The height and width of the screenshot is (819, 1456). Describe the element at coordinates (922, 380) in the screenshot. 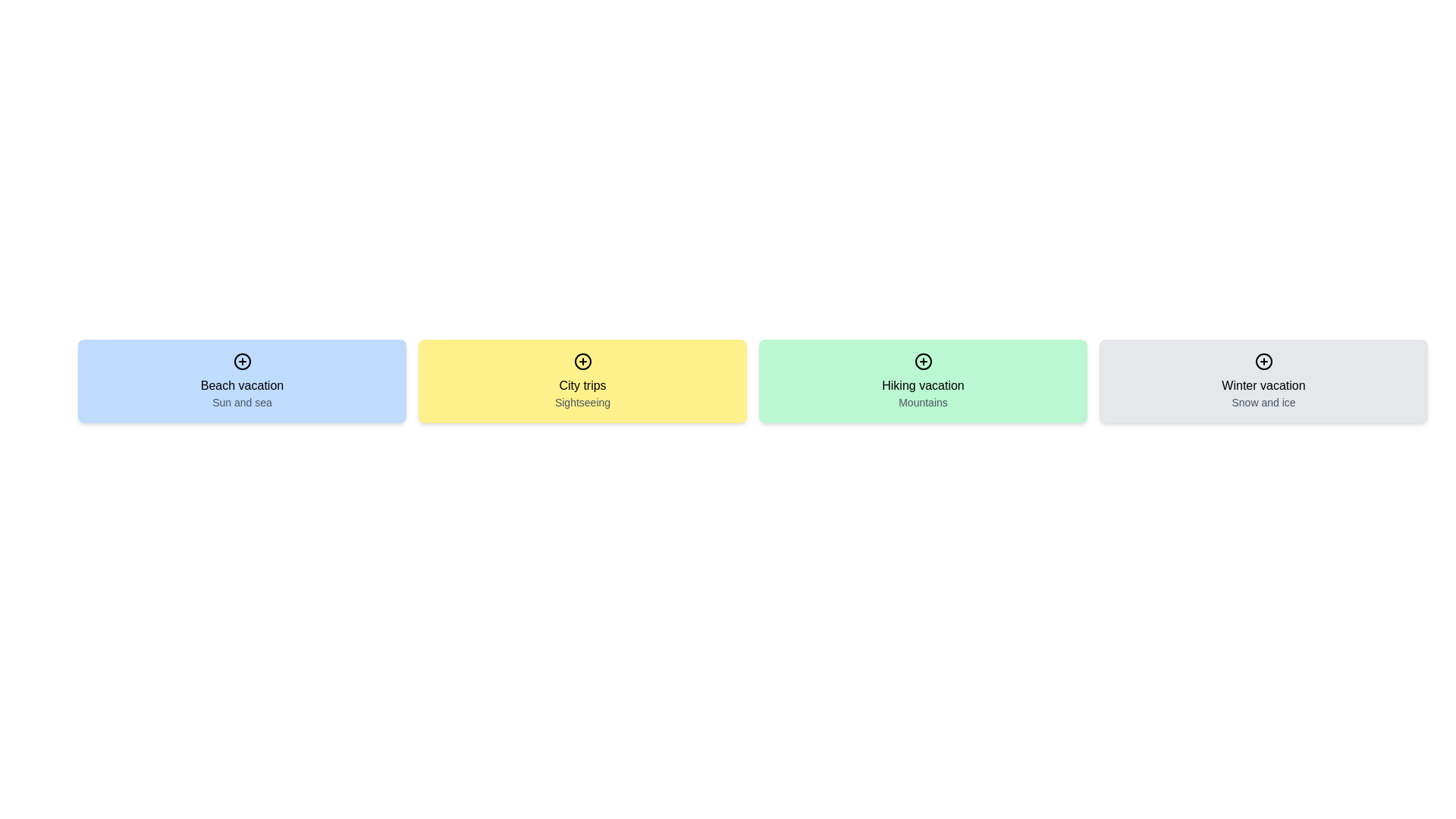

I see `the hiking vacation button, which is the third item in a grid layout between the 'City trips' and 'Winter vacation' boxes` at that location.